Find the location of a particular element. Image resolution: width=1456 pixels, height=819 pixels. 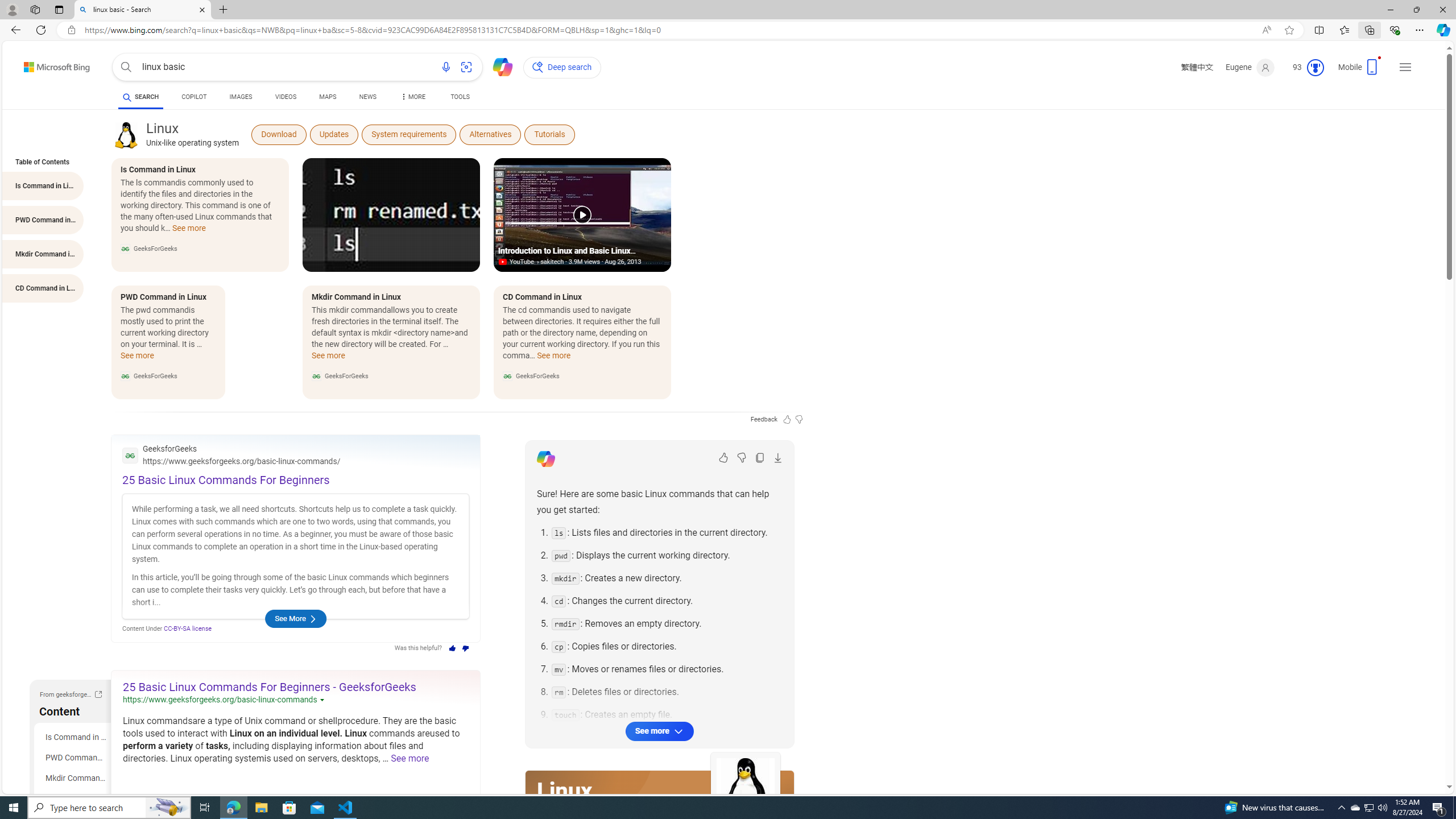

'See more Is Command in Linux' is located at coordinates (188, 230).